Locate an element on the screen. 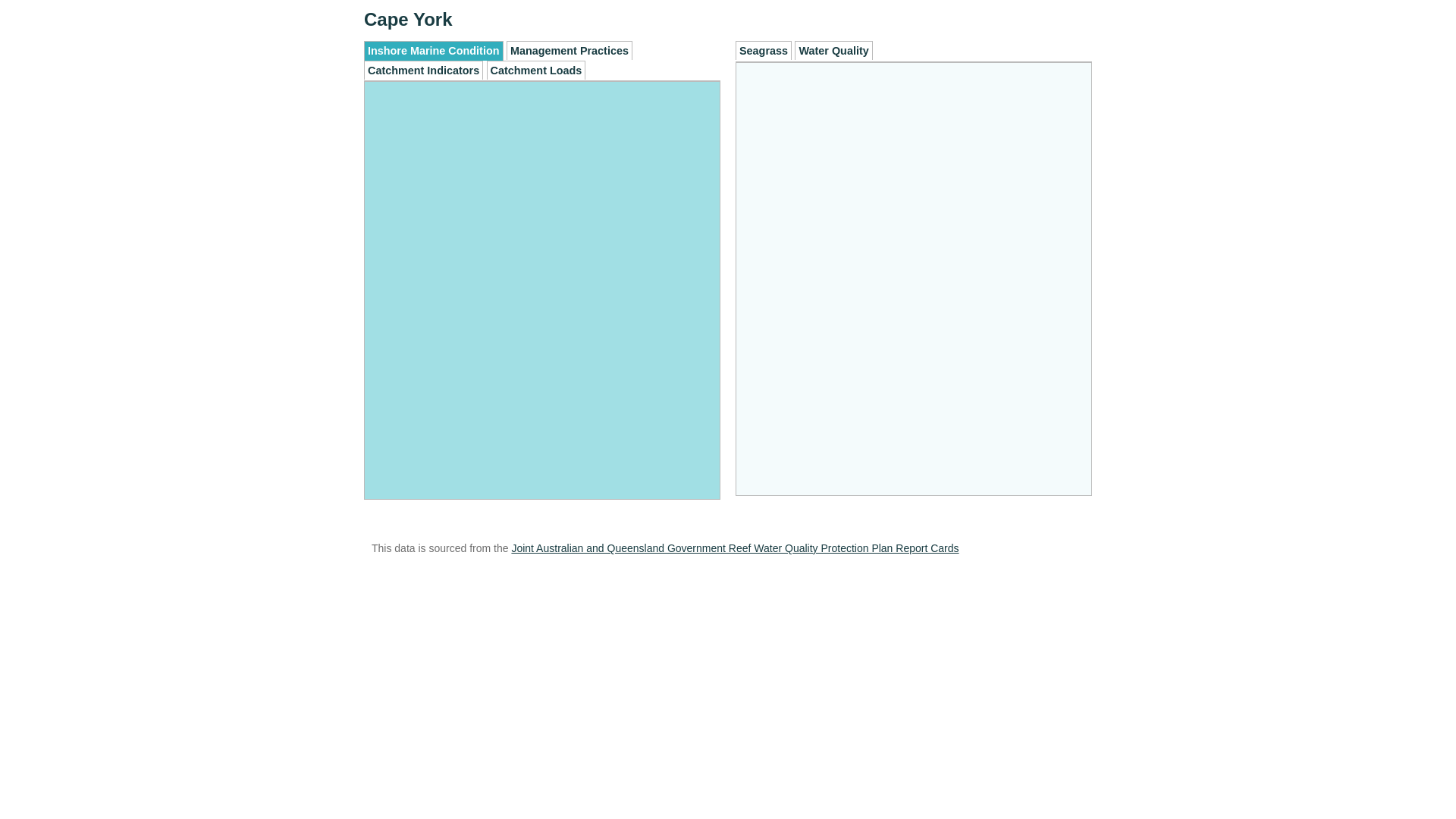  'Management Practices' is located at coordinates (568, 49).